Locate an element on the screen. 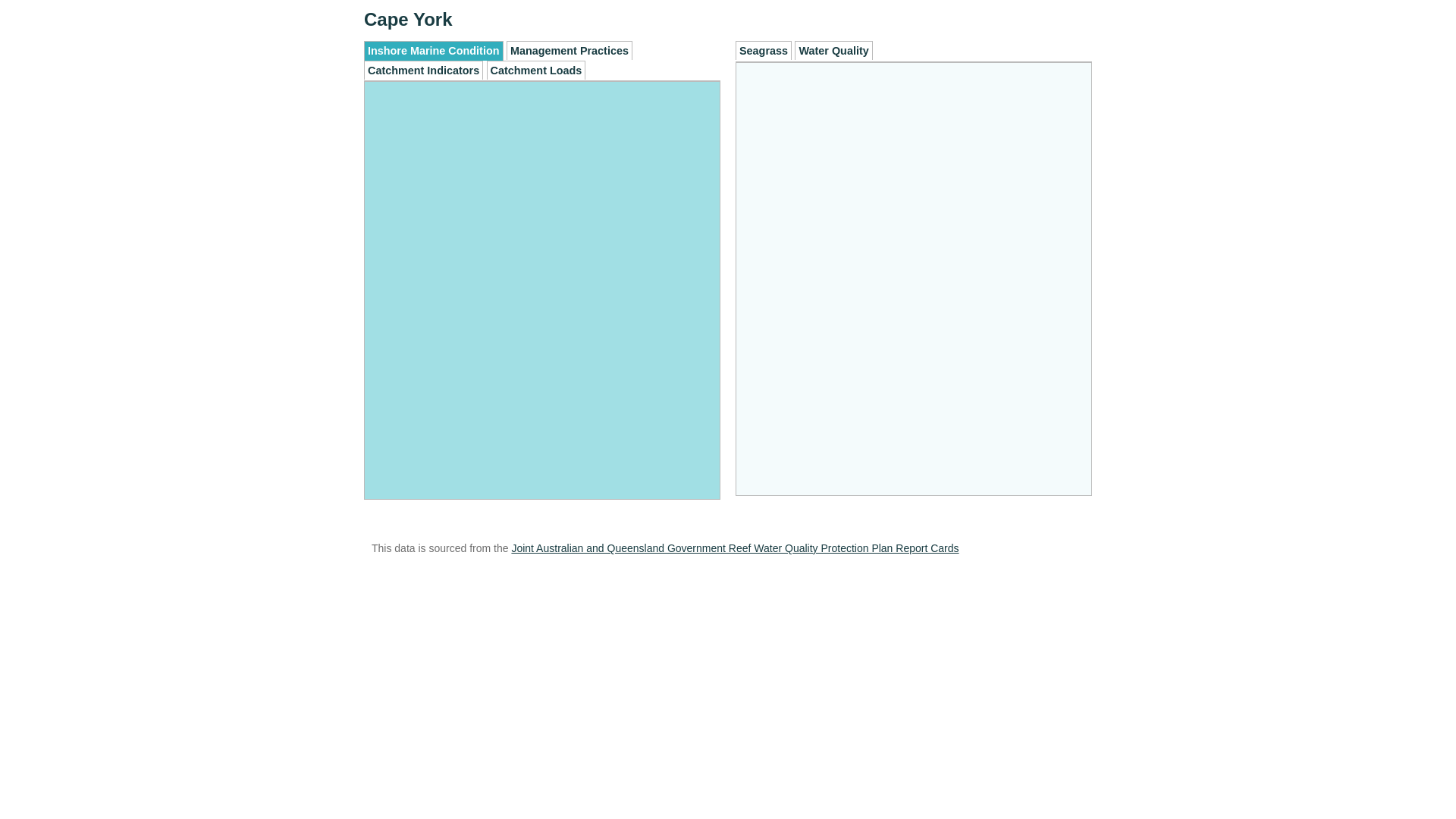  'Management Practices' is located at coordinates (568, 49).